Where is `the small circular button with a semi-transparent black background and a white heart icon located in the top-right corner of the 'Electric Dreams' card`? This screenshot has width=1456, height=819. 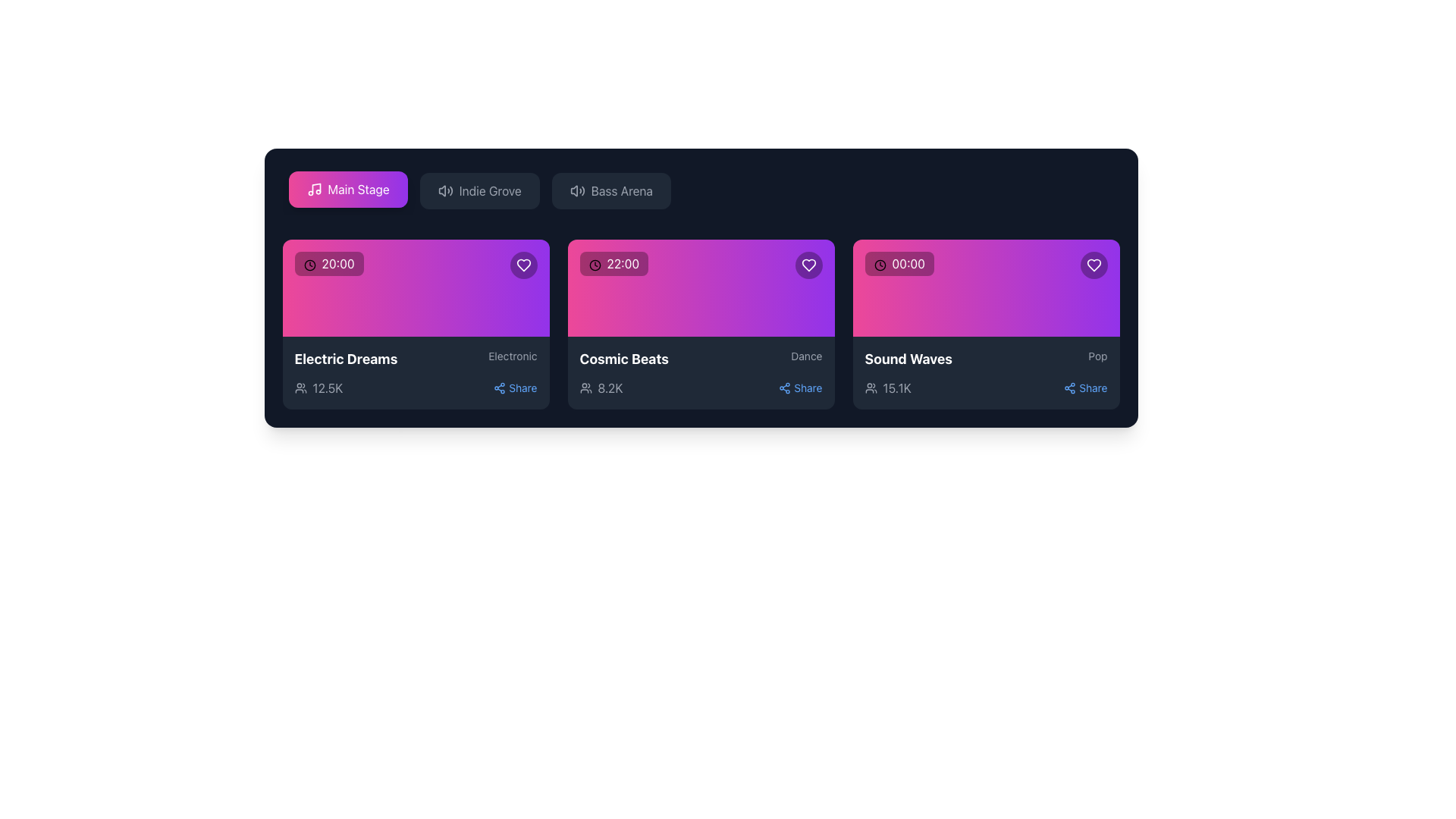 the small circular button with a semi-transparent black background and a white heart icon located in the top-right corner of the 'Electric Dreams' card is located at coordinates (523, 265).